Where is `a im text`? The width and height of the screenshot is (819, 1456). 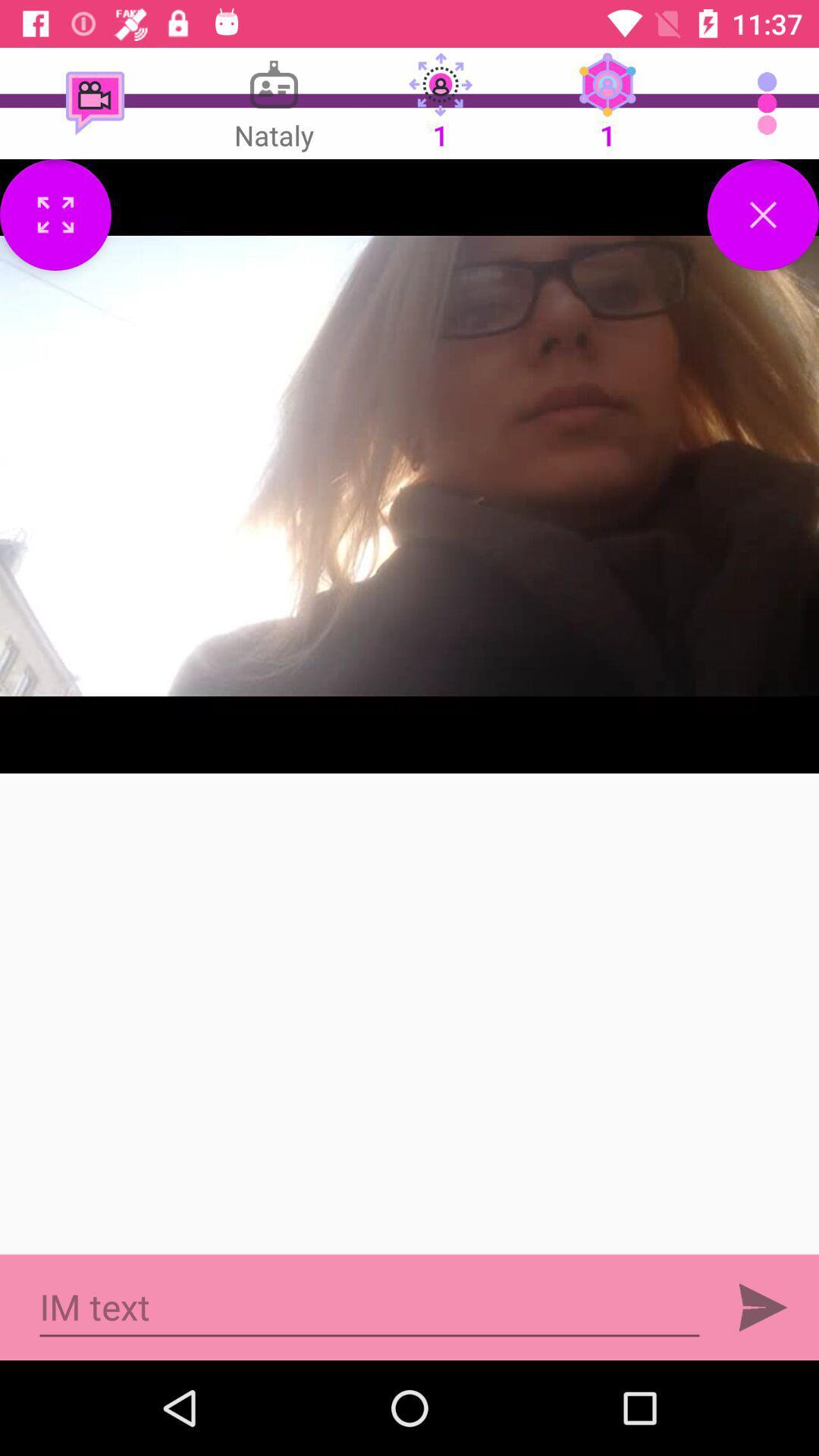
a im text is located at coordinates (369, 1307).